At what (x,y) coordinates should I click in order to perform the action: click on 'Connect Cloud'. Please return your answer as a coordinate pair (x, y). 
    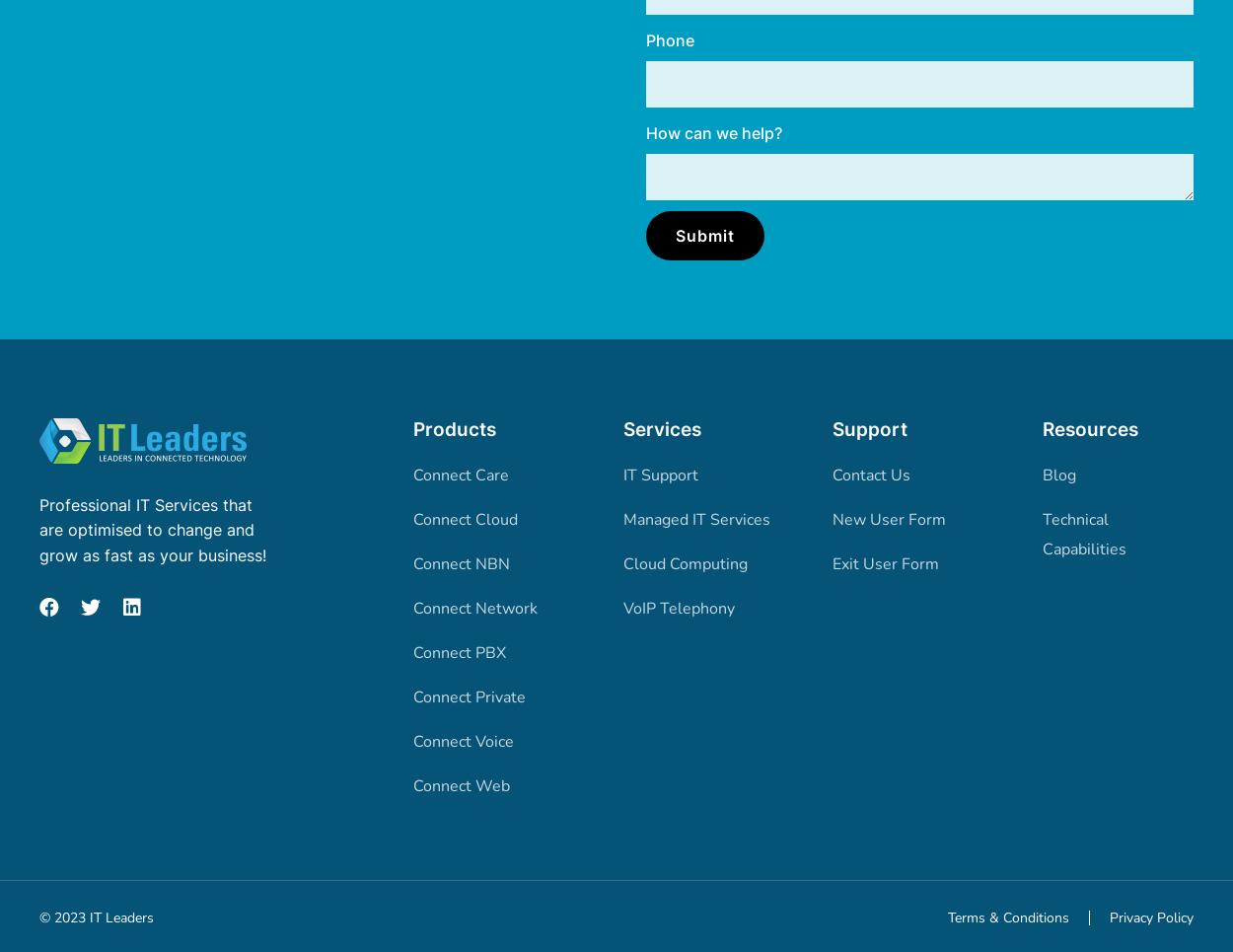
    Looking at the image, I should click on (464, 518).